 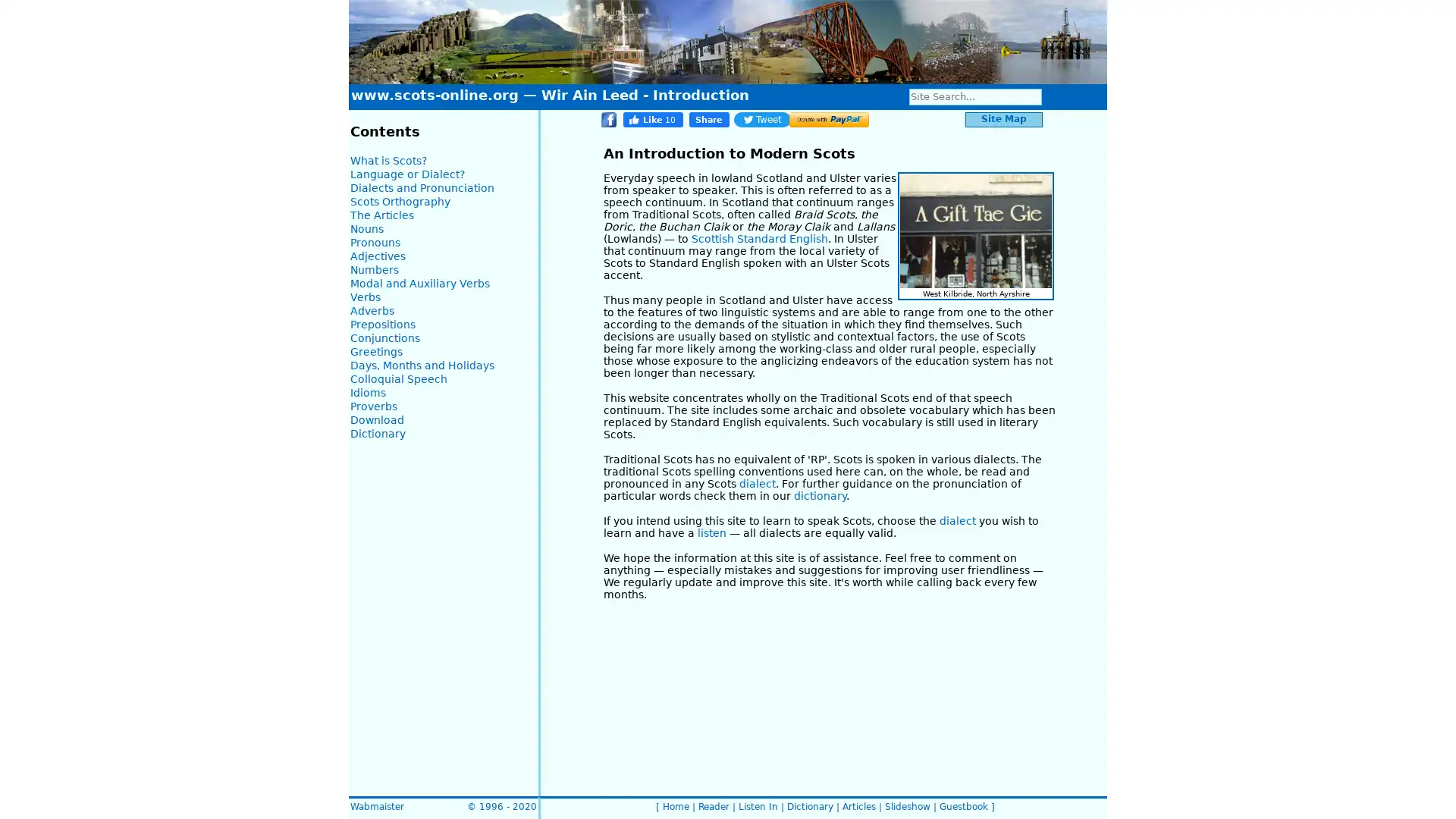 I want to click on Donate with PayPal button, so click(x=828, y=119).